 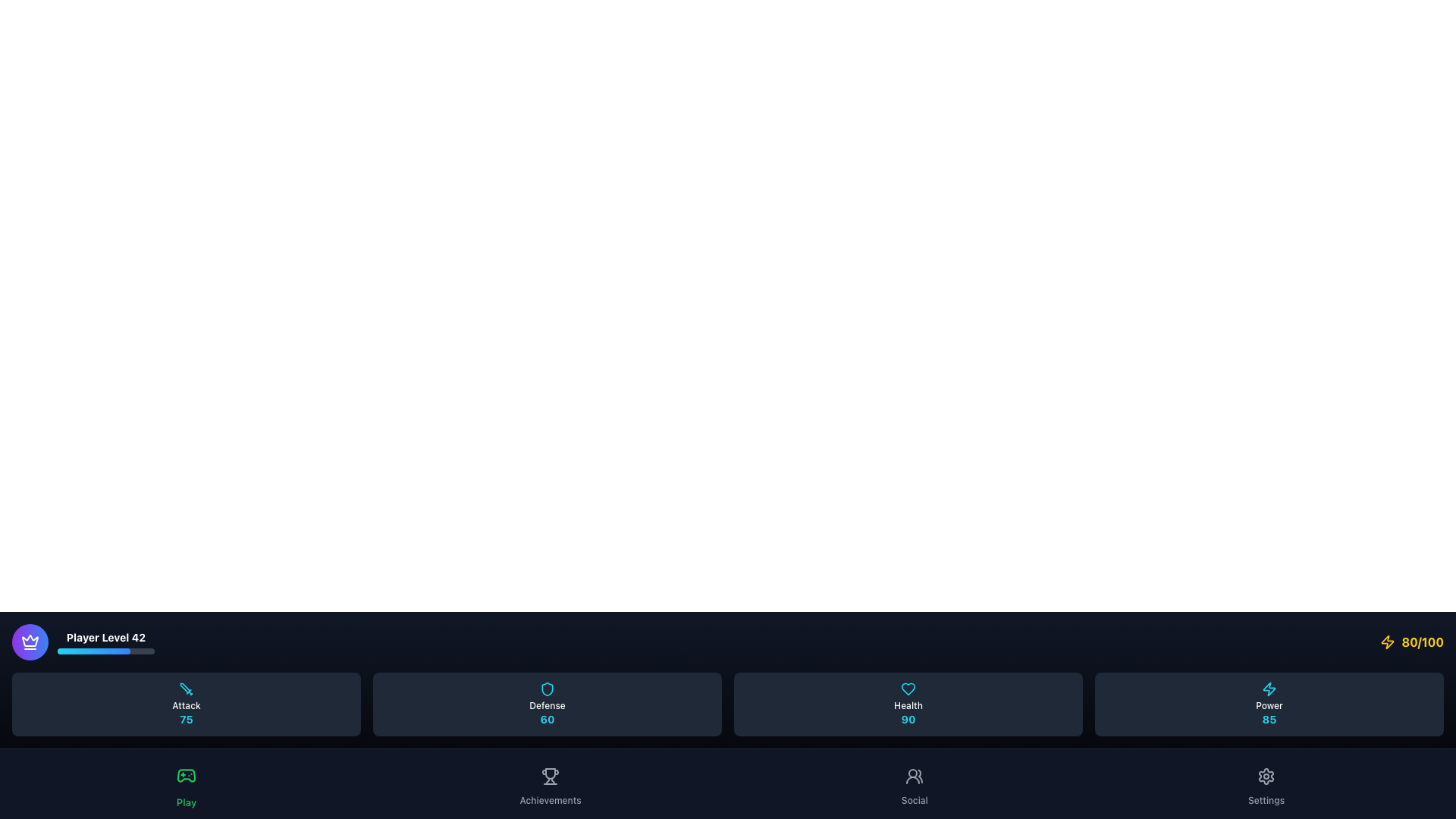 What do you see at coordinates (185, 704) in the screenshot?
I see `the Information display card, which is a dark gray rectangular card with rounded edges, containing a cyan sword icon and text below it, positioned at the bottom center of the interface` at bounding box center [185, 704].